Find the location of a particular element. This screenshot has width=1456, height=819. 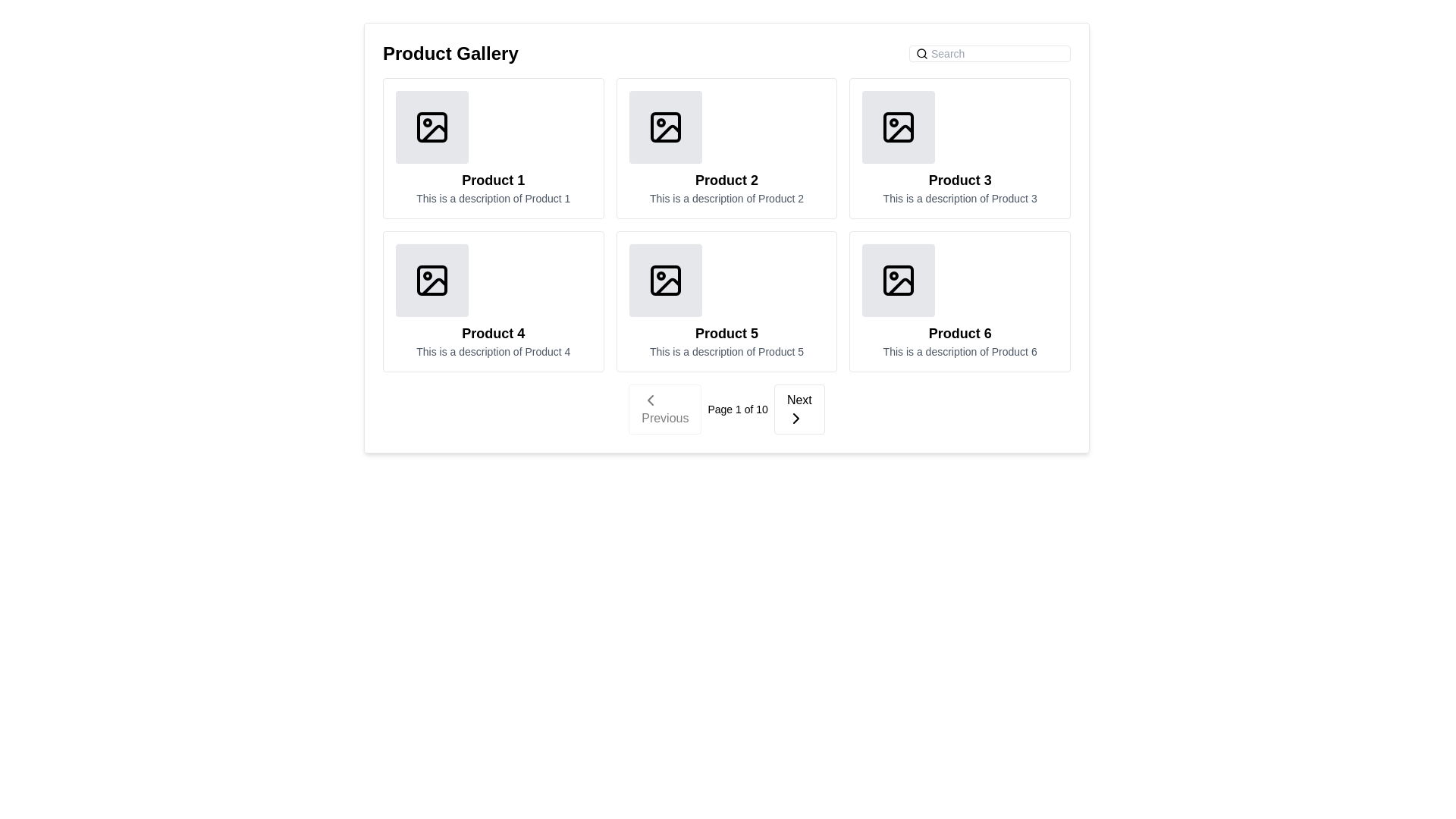

the text label for 'Product 2' in the product gallery is located at coordinates (726, 180).